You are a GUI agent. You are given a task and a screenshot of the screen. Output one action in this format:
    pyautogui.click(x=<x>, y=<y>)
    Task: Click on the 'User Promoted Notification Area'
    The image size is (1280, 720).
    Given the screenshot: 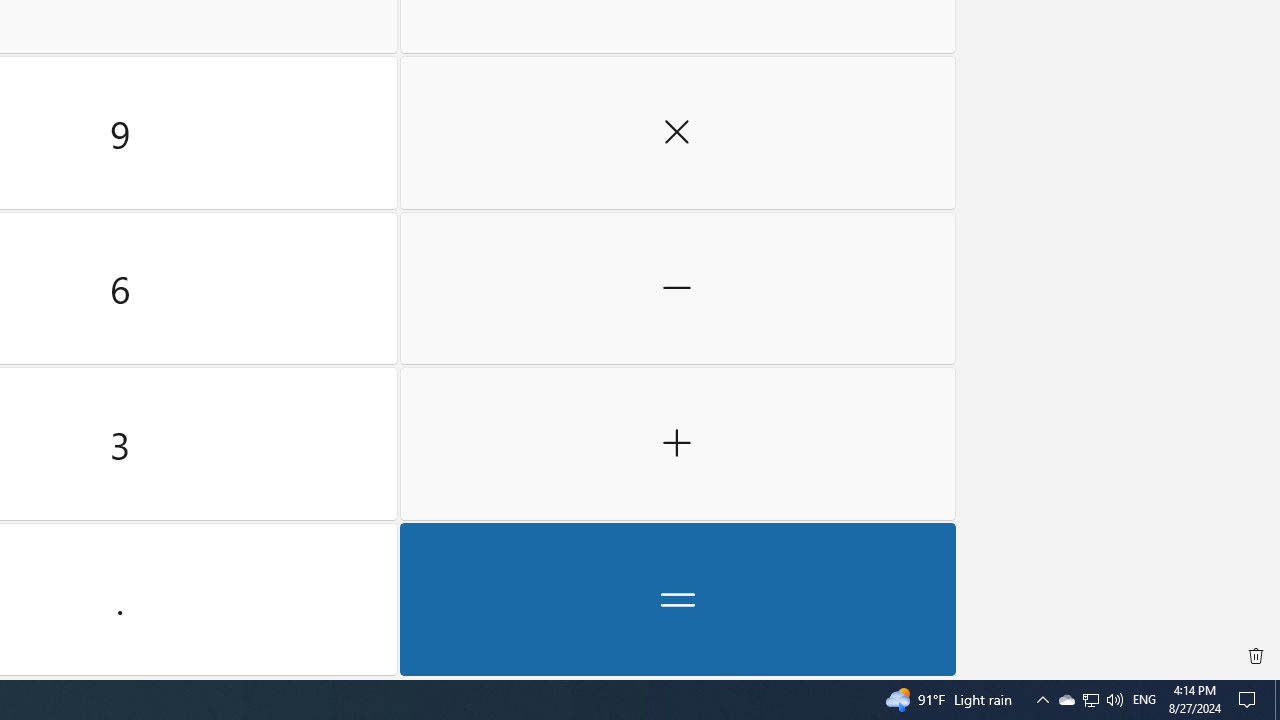 What is the action you would take?
    pyautogui.click(x=1089, y=698)
    